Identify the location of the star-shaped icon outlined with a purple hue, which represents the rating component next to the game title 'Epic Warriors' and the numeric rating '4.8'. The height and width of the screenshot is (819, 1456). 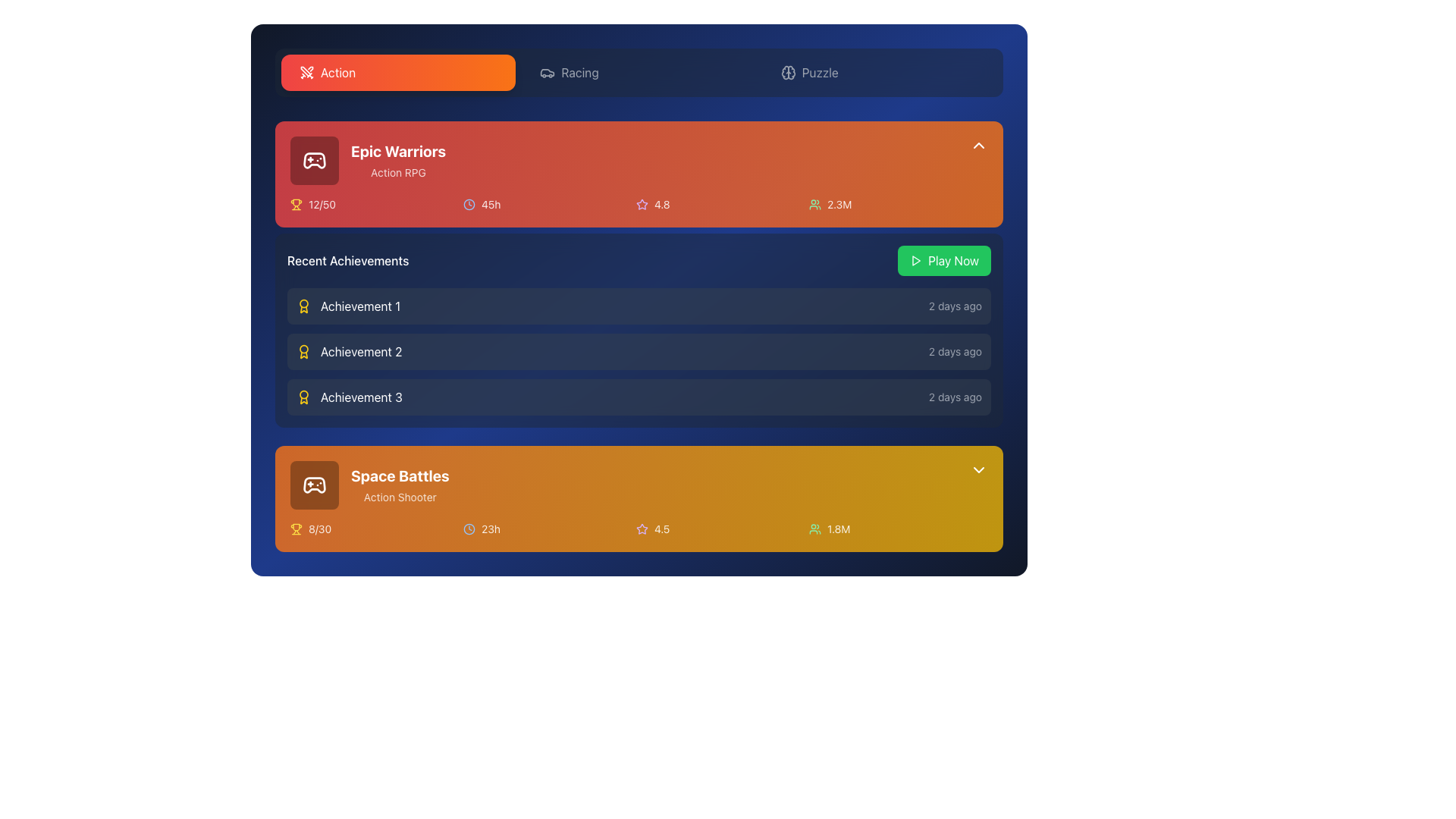
(642, 203).